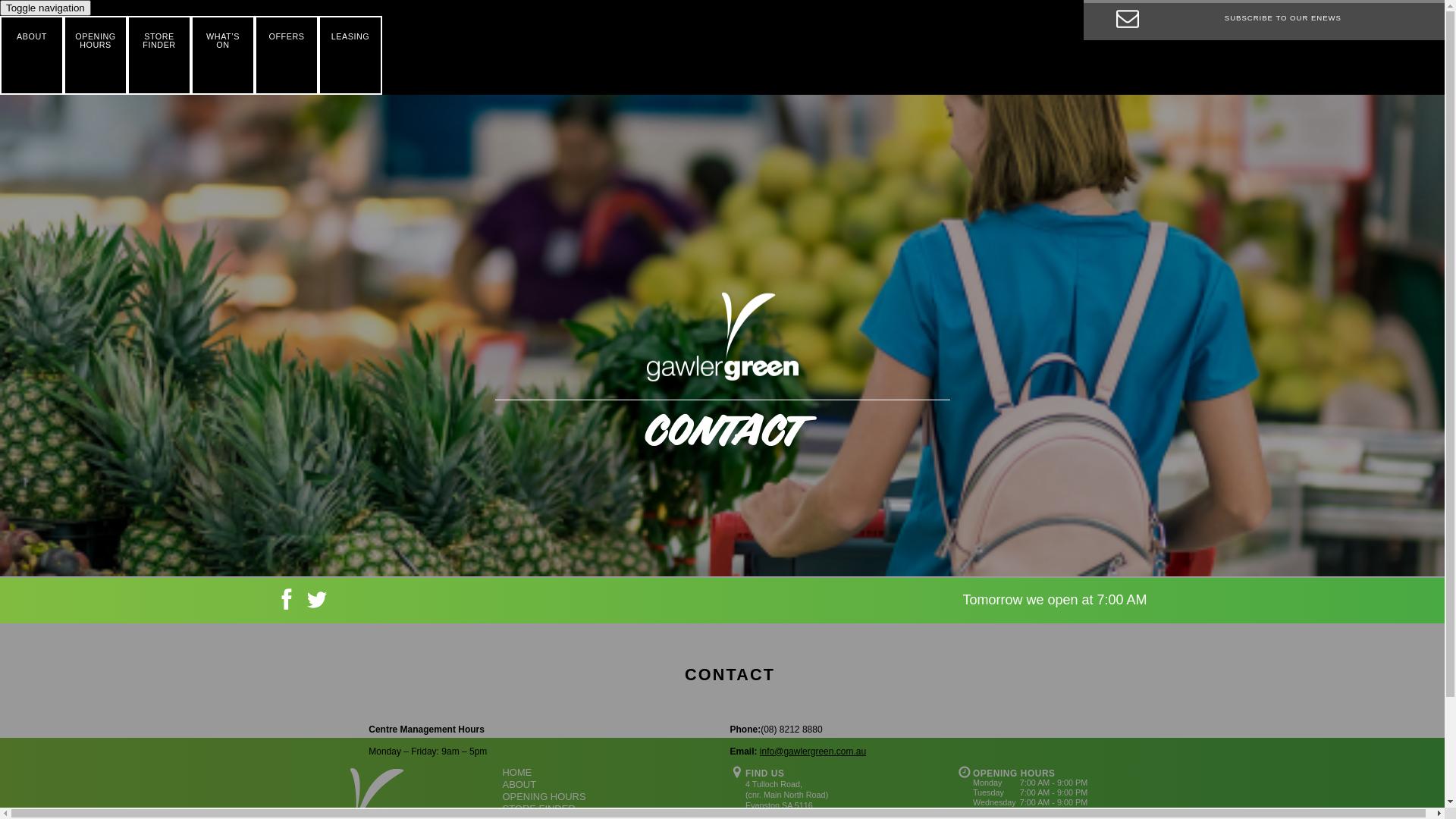  Describe the element at coordinates (94, 55) in the screenshot. I see `'OPENING HOURS'` at that location.